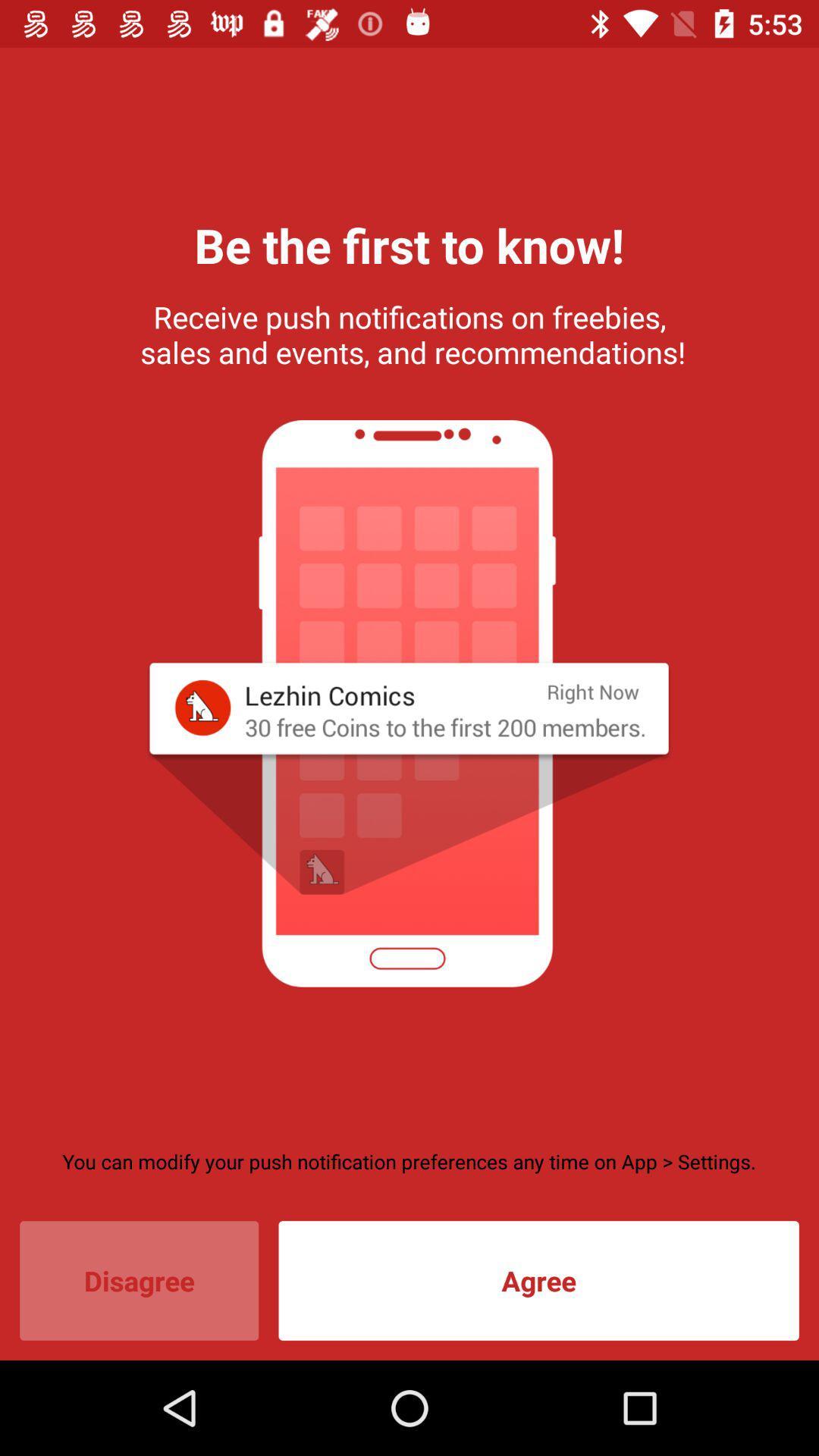  Describe the element at coordinates (139, 1280) in the screenshot. I see `disagree` at that location.